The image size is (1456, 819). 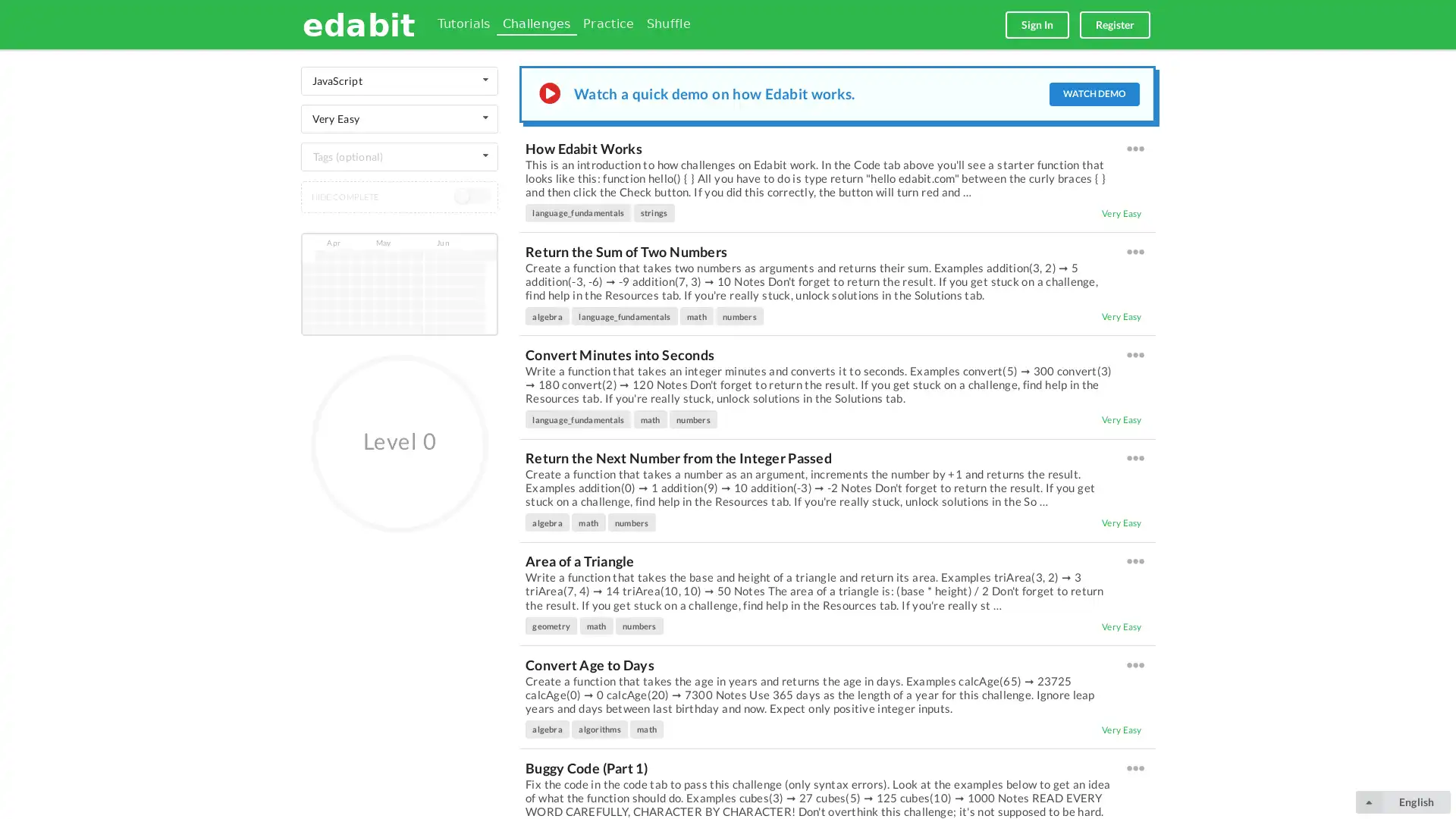 I want to click on Register, so click(x=1114, y=24).